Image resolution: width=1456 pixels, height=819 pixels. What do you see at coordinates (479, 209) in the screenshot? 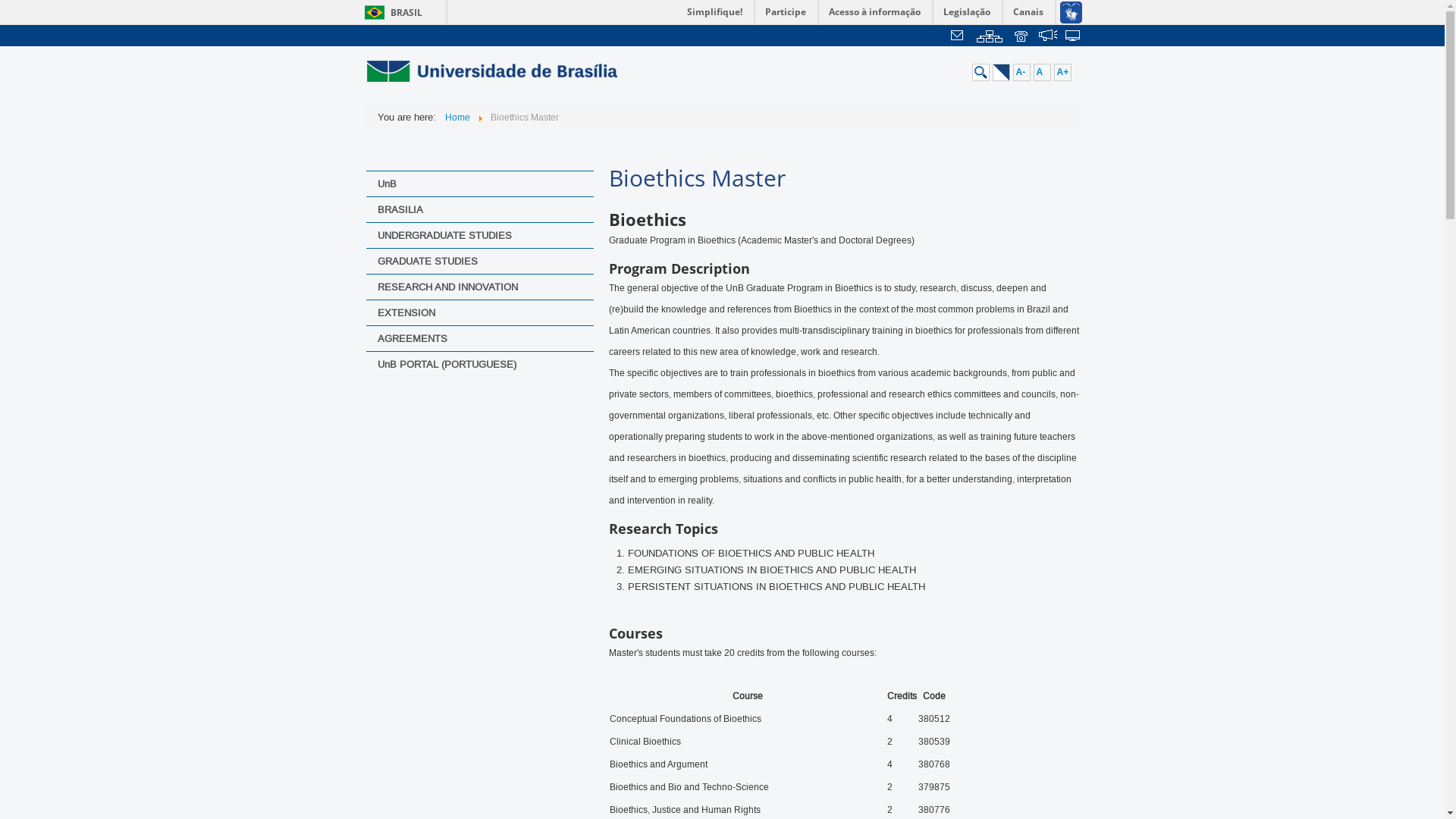
I see `'BRASILIA'` at bounding box center [479, 209].